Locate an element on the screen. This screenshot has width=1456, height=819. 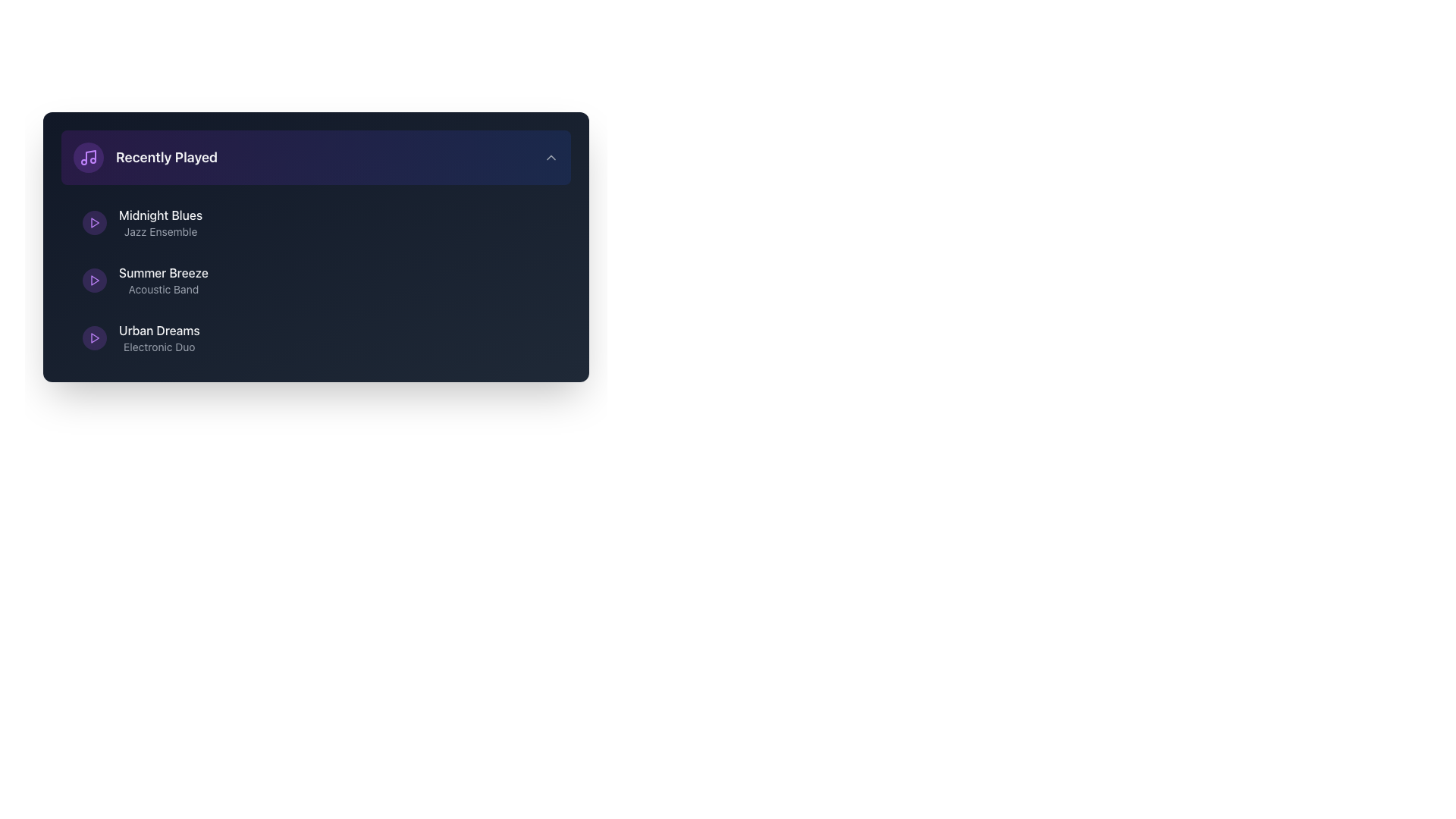
the circular icon button with a purple background and play symbol located to the immediate left of the text 'Summer Breeze Acoustic Band' in the 'Recently Played' section is located at coordinates (93, 281).